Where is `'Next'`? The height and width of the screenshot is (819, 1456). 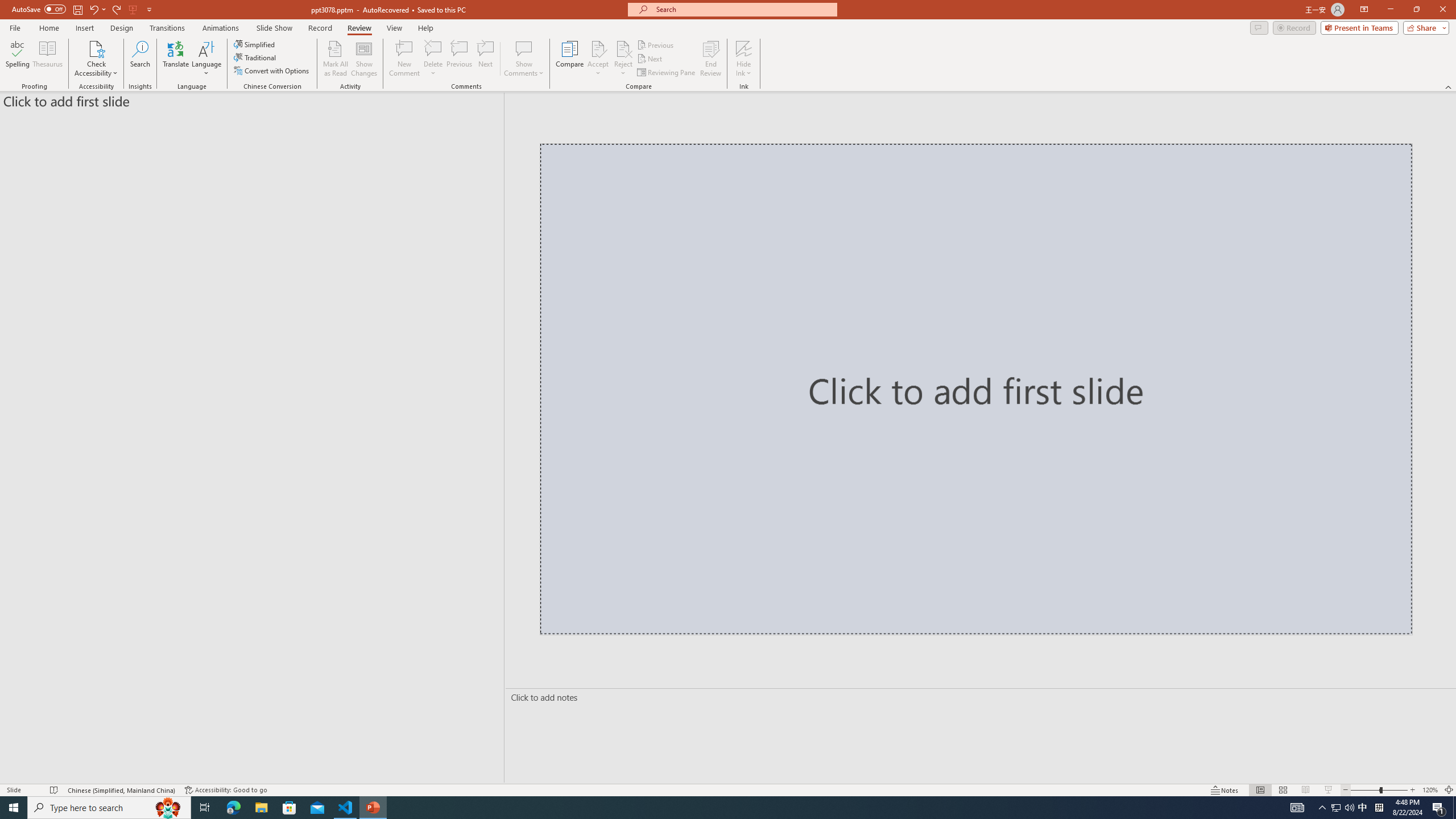
'Next' is located at coordinates (650, 59).